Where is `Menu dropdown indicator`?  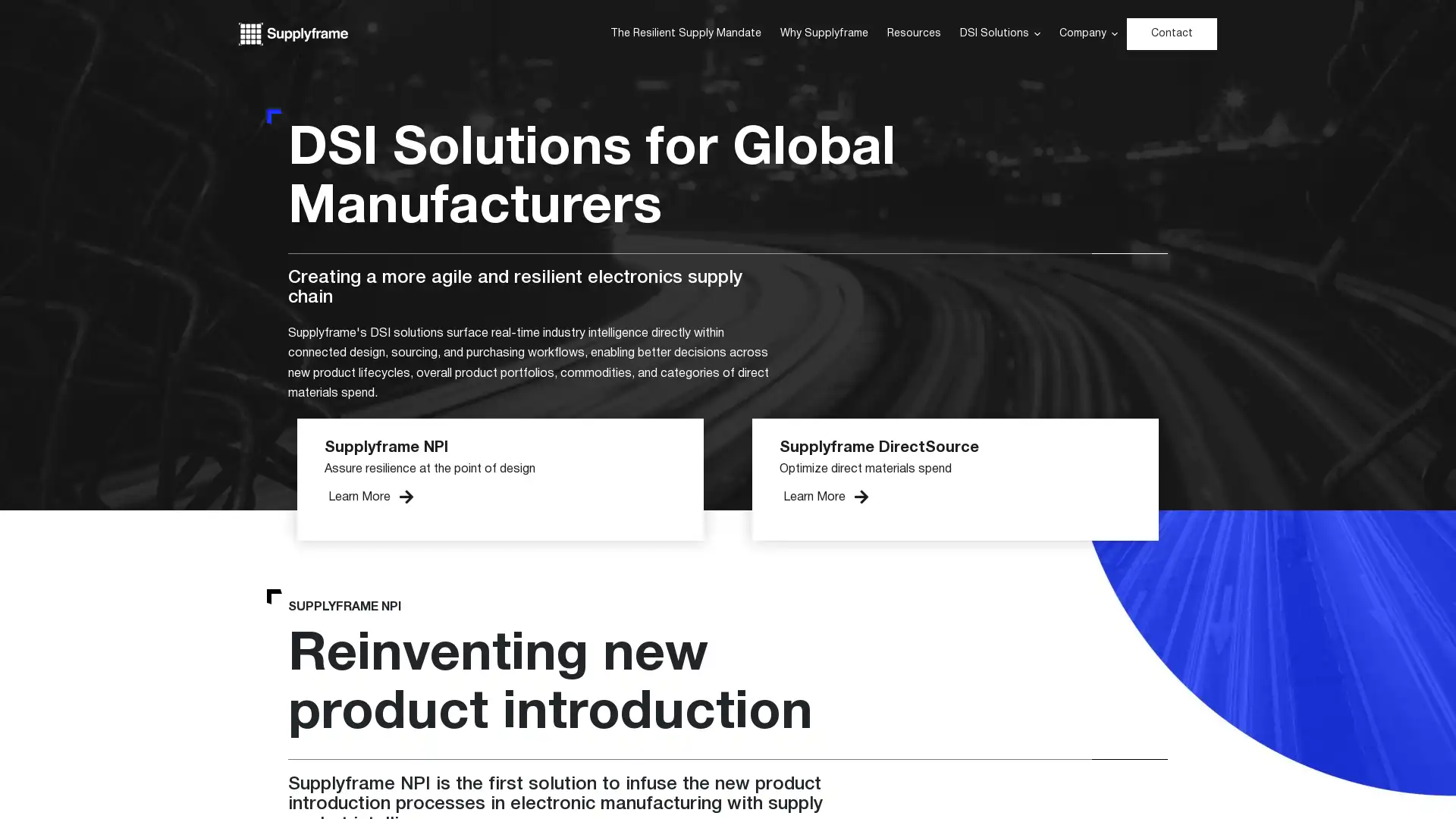
Menu dropdown indicator is located at coordinates (1036, 34).